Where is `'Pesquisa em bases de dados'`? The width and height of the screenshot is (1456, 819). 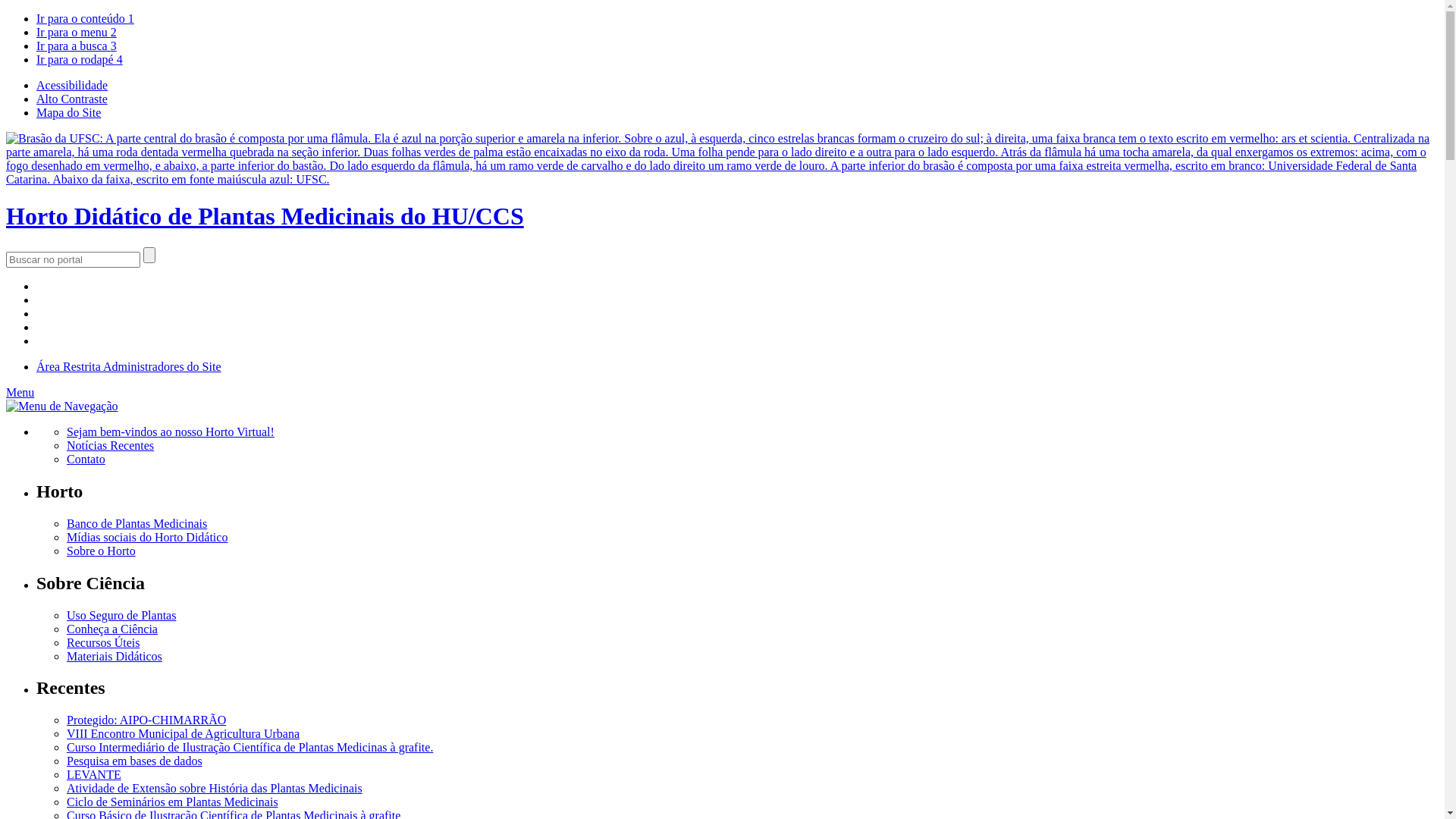
'Pesquisa em bases de dados' is located at coordinates (134, 761).